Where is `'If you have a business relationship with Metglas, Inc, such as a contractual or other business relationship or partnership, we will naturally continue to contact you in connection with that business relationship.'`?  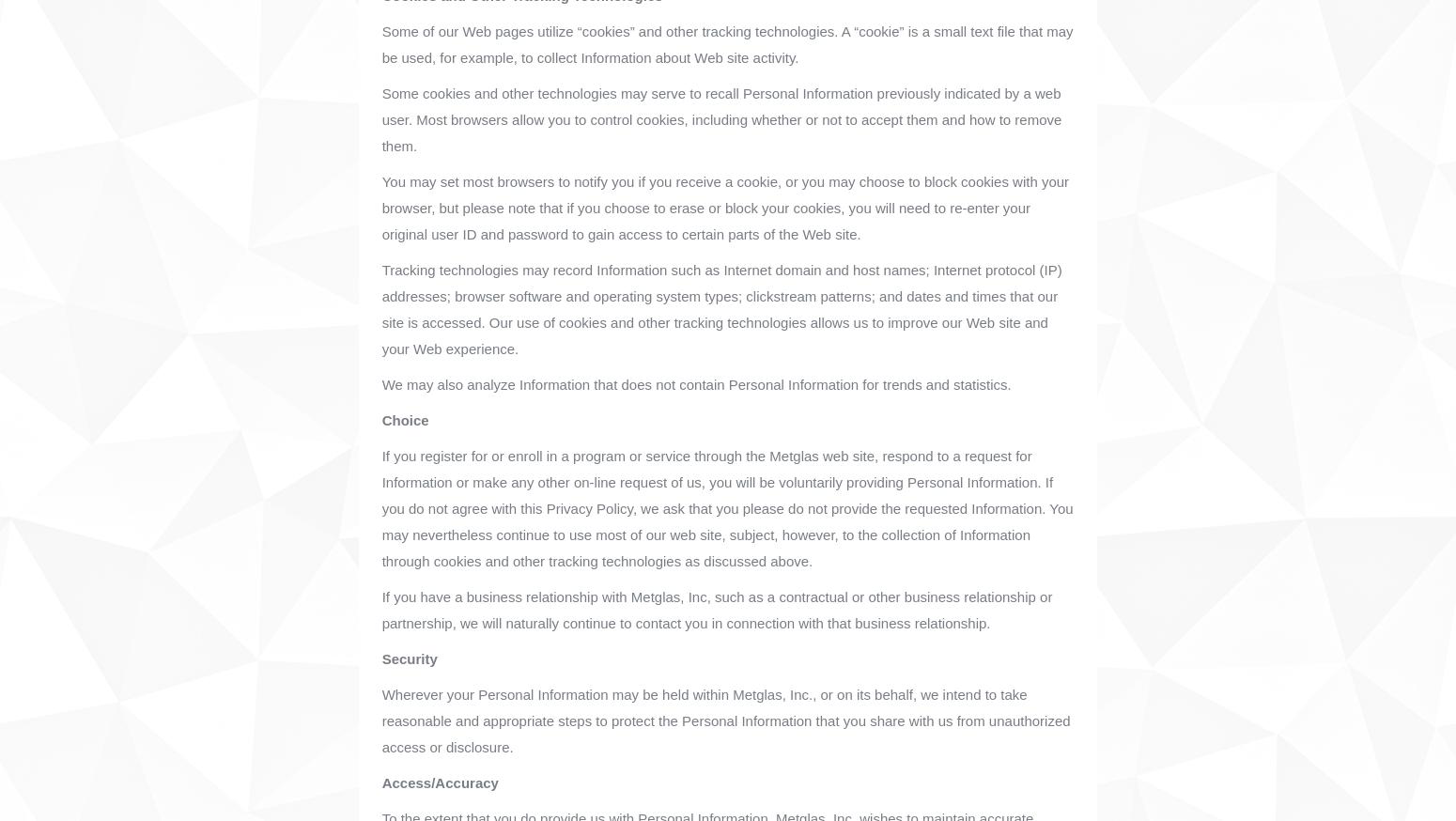 'If you have a business relationship with Metglas, Inc, such as a contractual or other business relationship or partnership, we will naturally continue to contact you in connection with that business relationship.' is located at coordinates (717, 609).